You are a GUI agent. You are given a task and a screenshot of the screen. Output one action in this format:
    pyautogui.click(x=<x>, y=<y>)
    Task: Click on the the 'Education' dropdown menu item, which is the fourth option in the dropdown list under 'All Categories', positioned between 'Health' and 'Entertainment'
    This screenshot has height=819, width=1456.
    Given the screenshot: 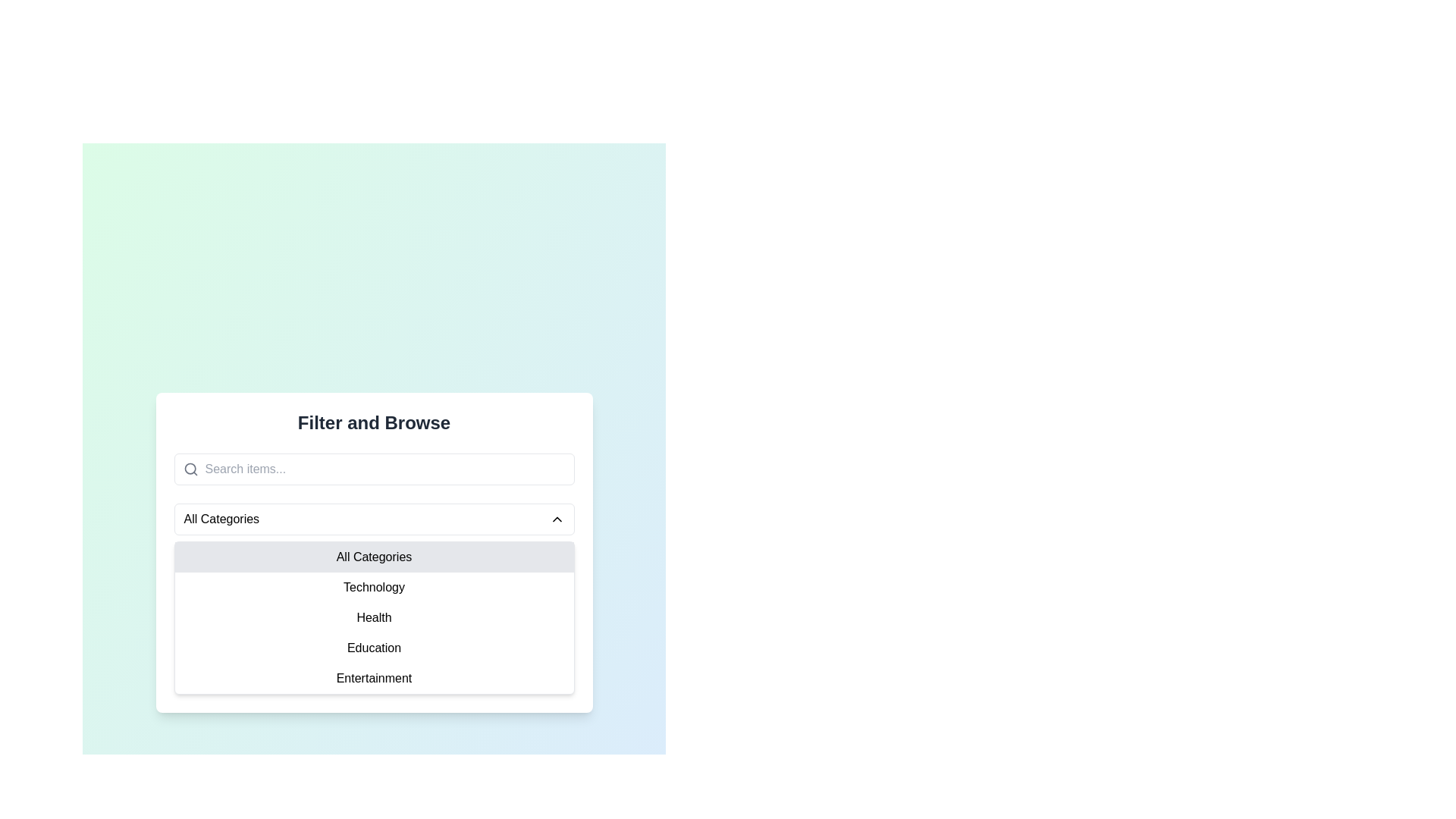 What is the action you would take?
    pyautogui.click(x=374, y=648)
    